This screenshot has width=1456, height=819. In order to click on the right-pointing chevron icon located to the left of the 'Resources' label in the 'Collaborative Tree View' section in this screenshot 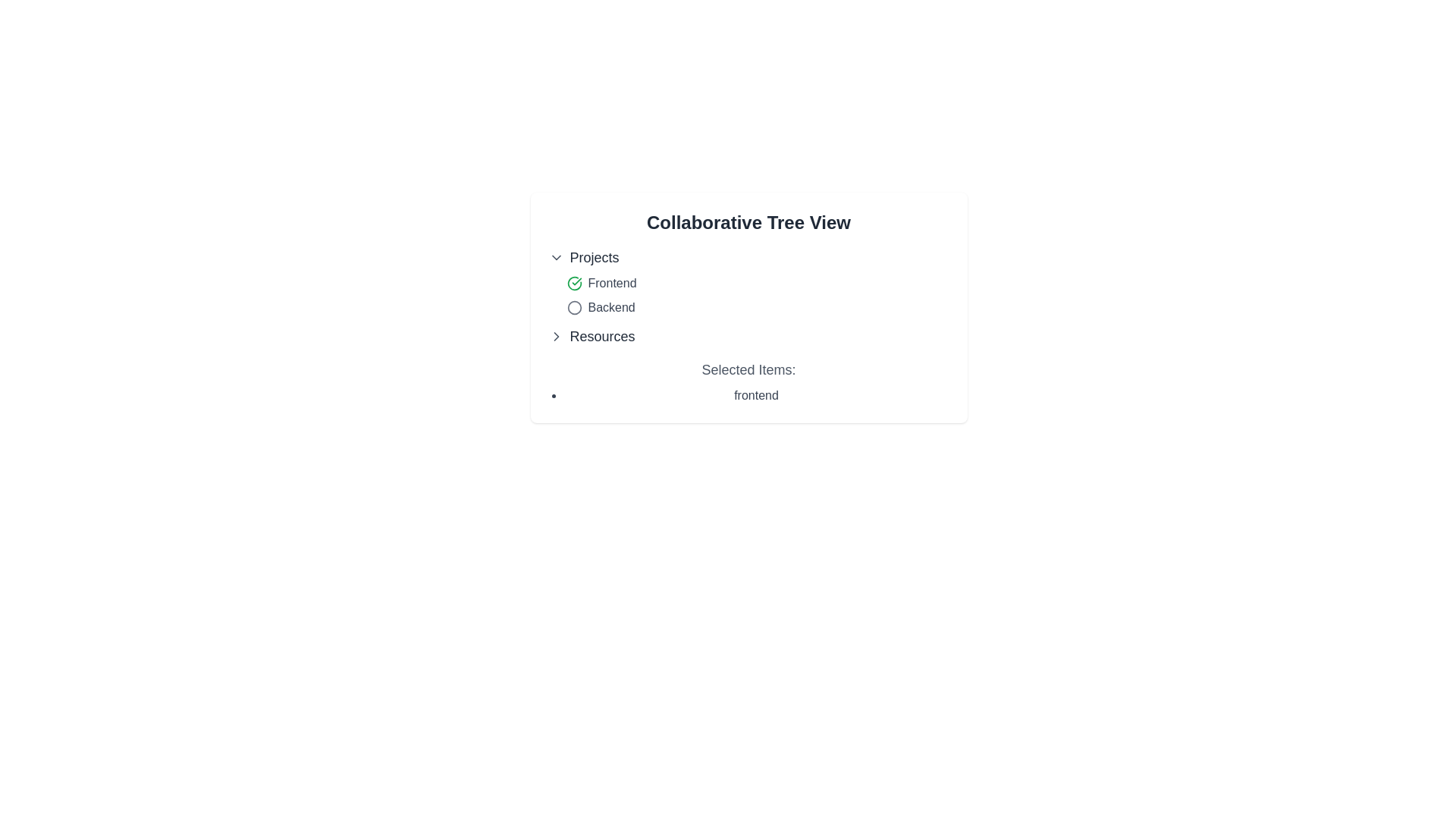, I will do `click(555, 335)`.